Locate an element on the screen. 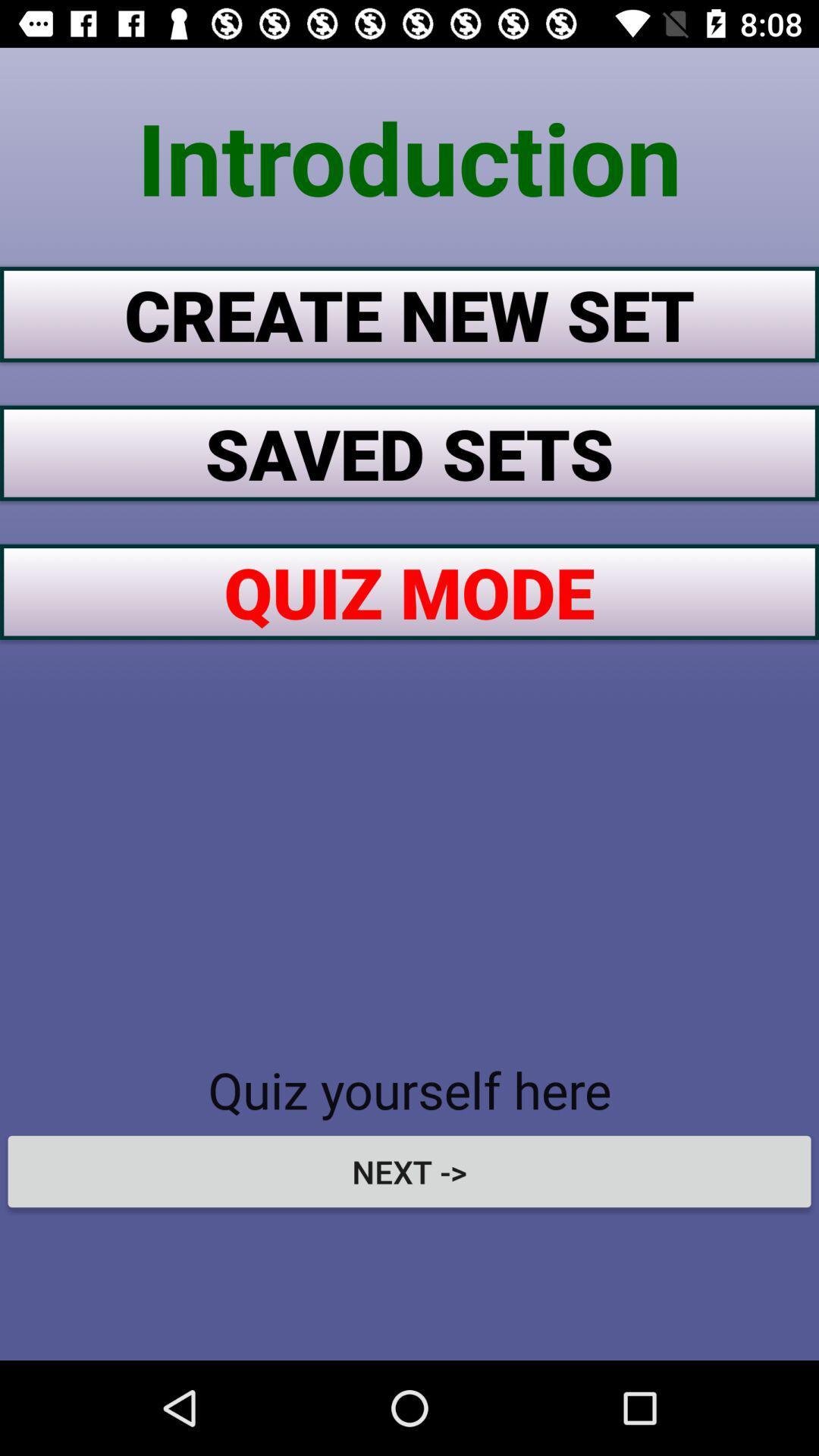  next -> item is located at coordinates (409, 1171).